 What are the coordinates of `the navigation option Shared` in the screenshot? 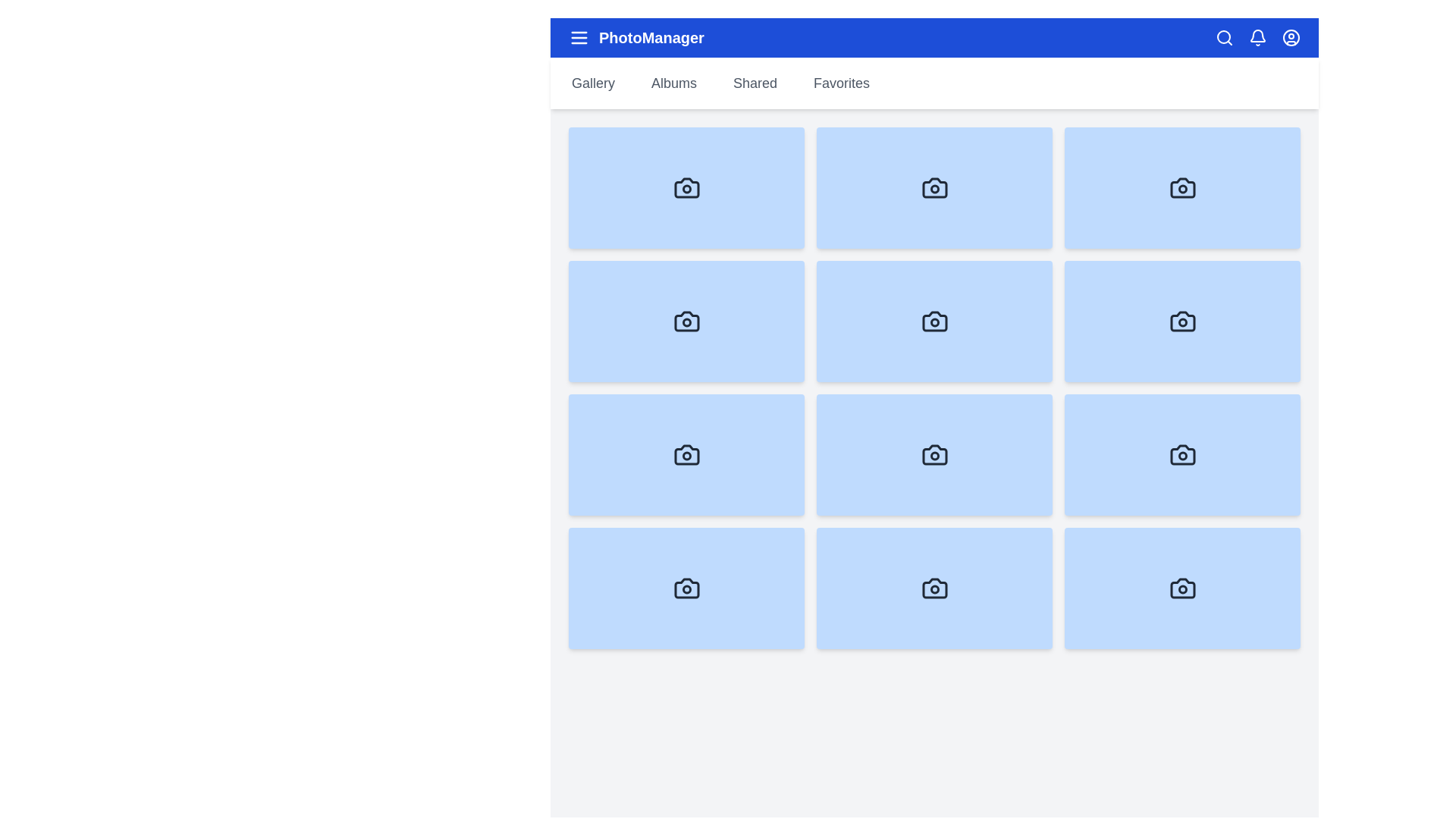 It's located at (755, 83).